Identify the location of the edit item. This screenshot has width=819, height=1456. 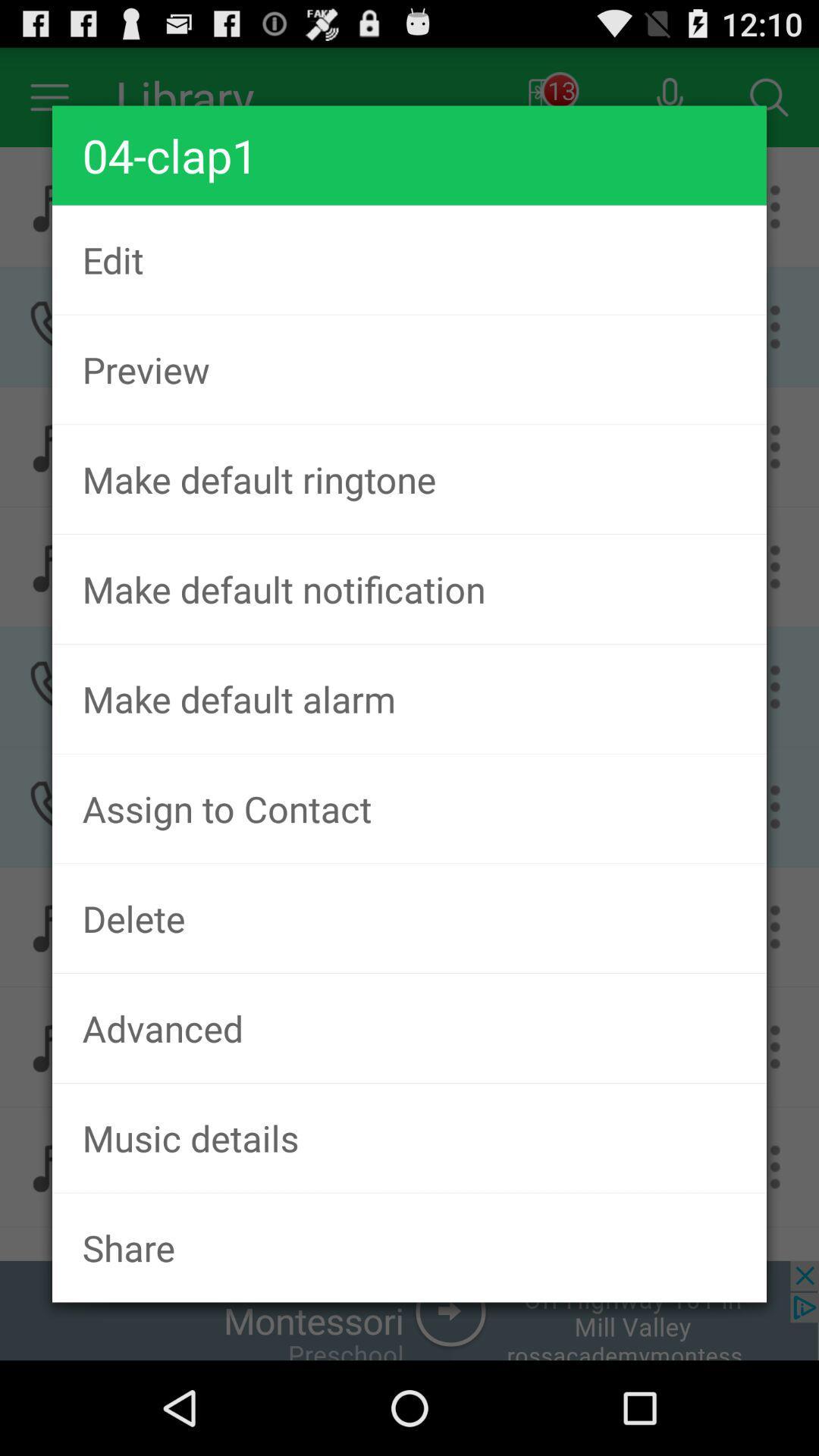
(409, 259).